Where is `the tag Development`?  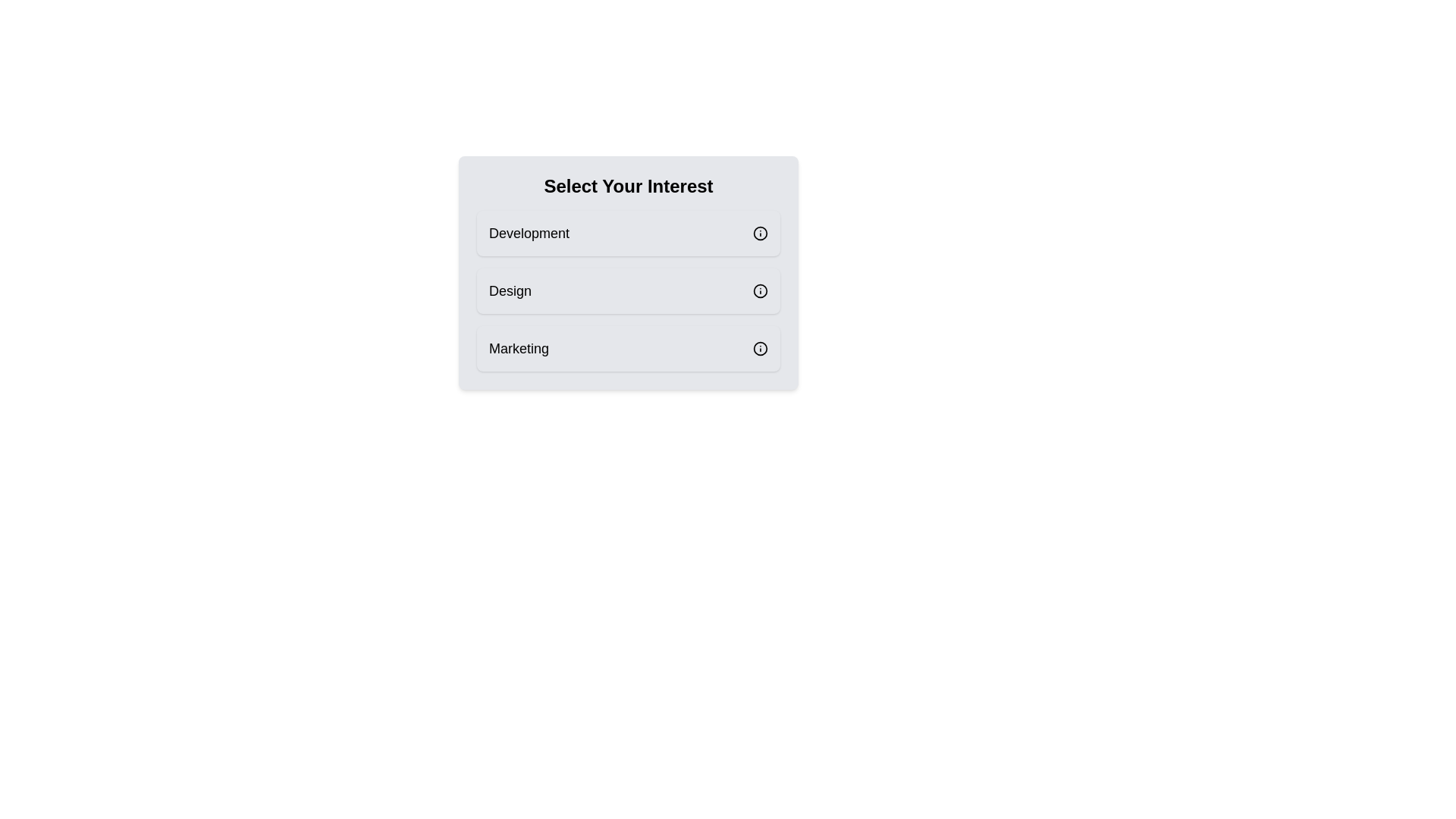
the tag Development is located at coordinates (629, 234).